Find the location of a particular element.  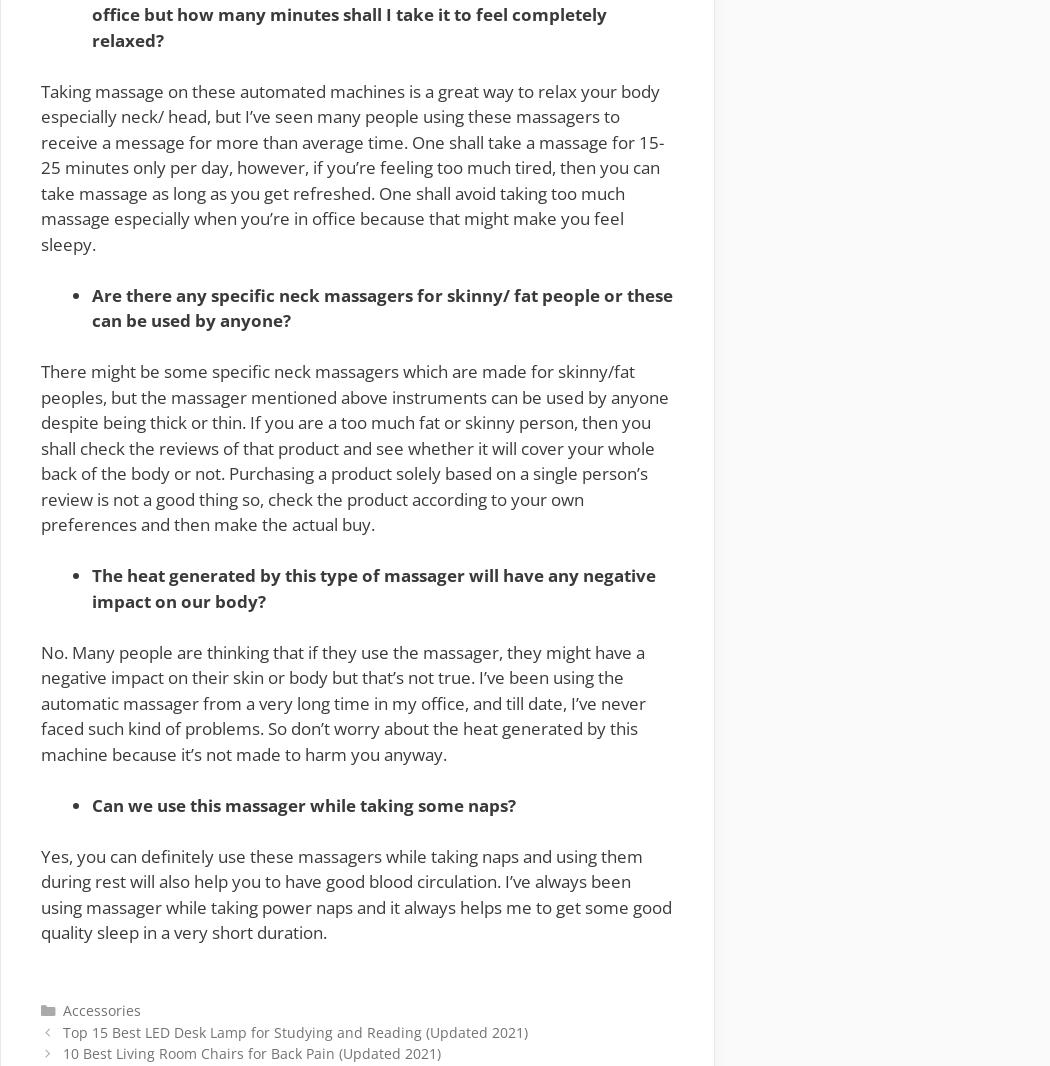

'Top 15 Best LED Desk Lamp for Studying and Reading (Updated 2021)' is located at coordinates (293, 1031).